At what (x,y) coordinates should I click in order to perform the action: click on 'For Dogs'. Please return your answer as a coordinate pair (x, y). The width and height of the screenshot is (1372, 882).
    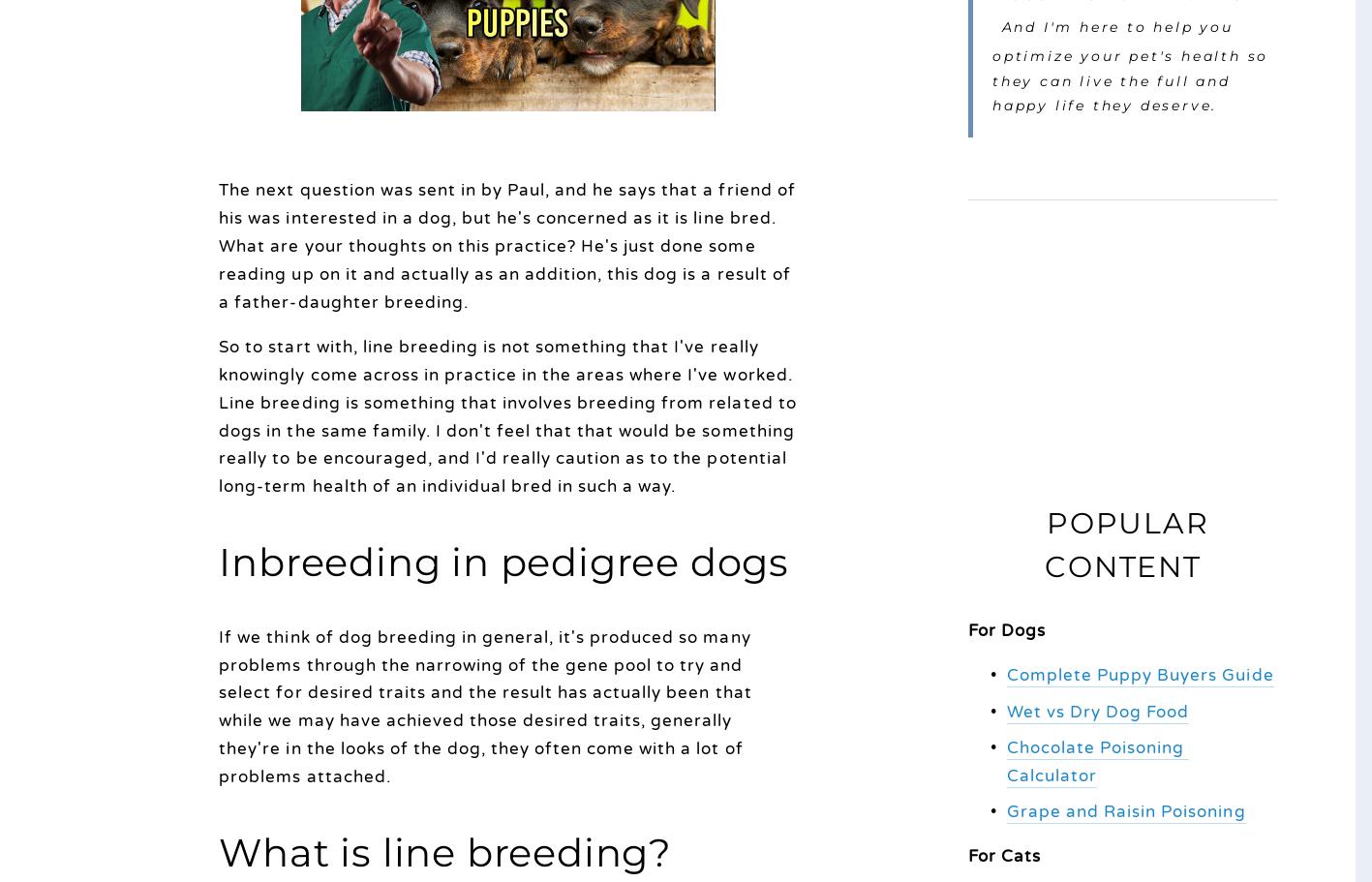
    Looking at the image, I should click on (966, 630).